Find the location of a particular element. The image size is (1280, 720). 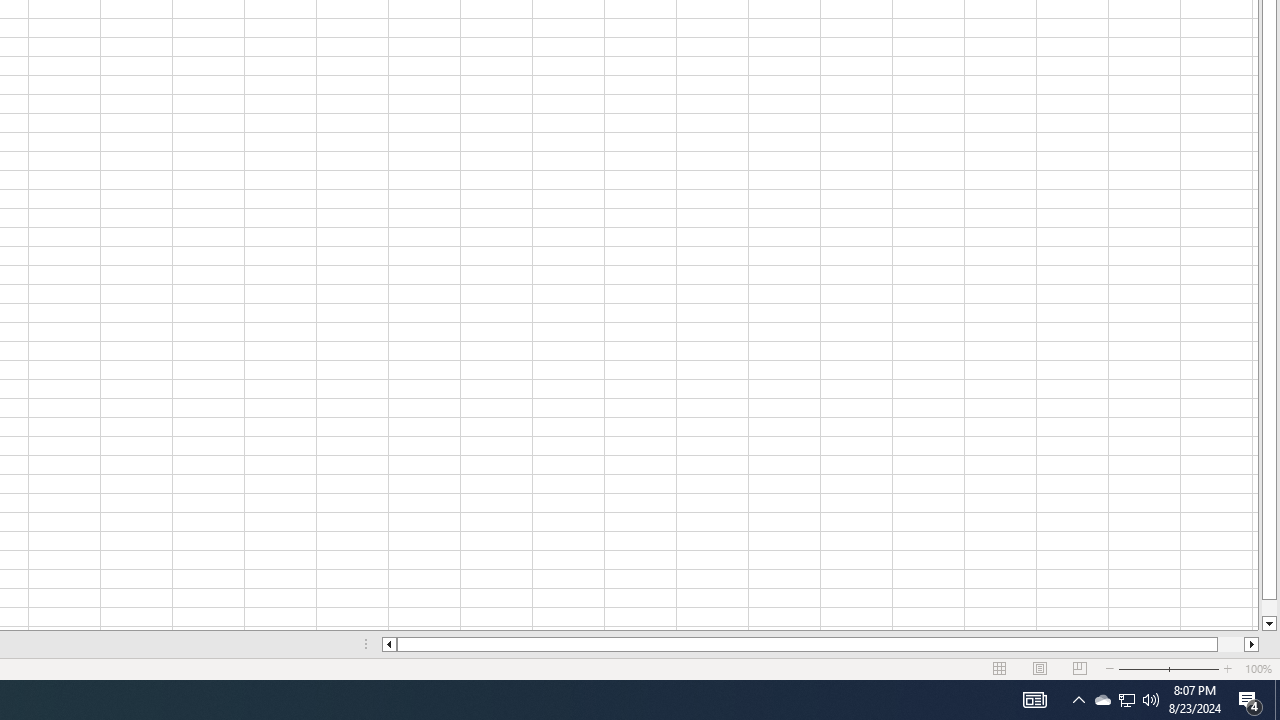

'Zoom' is located at coordinates (1168, 669).